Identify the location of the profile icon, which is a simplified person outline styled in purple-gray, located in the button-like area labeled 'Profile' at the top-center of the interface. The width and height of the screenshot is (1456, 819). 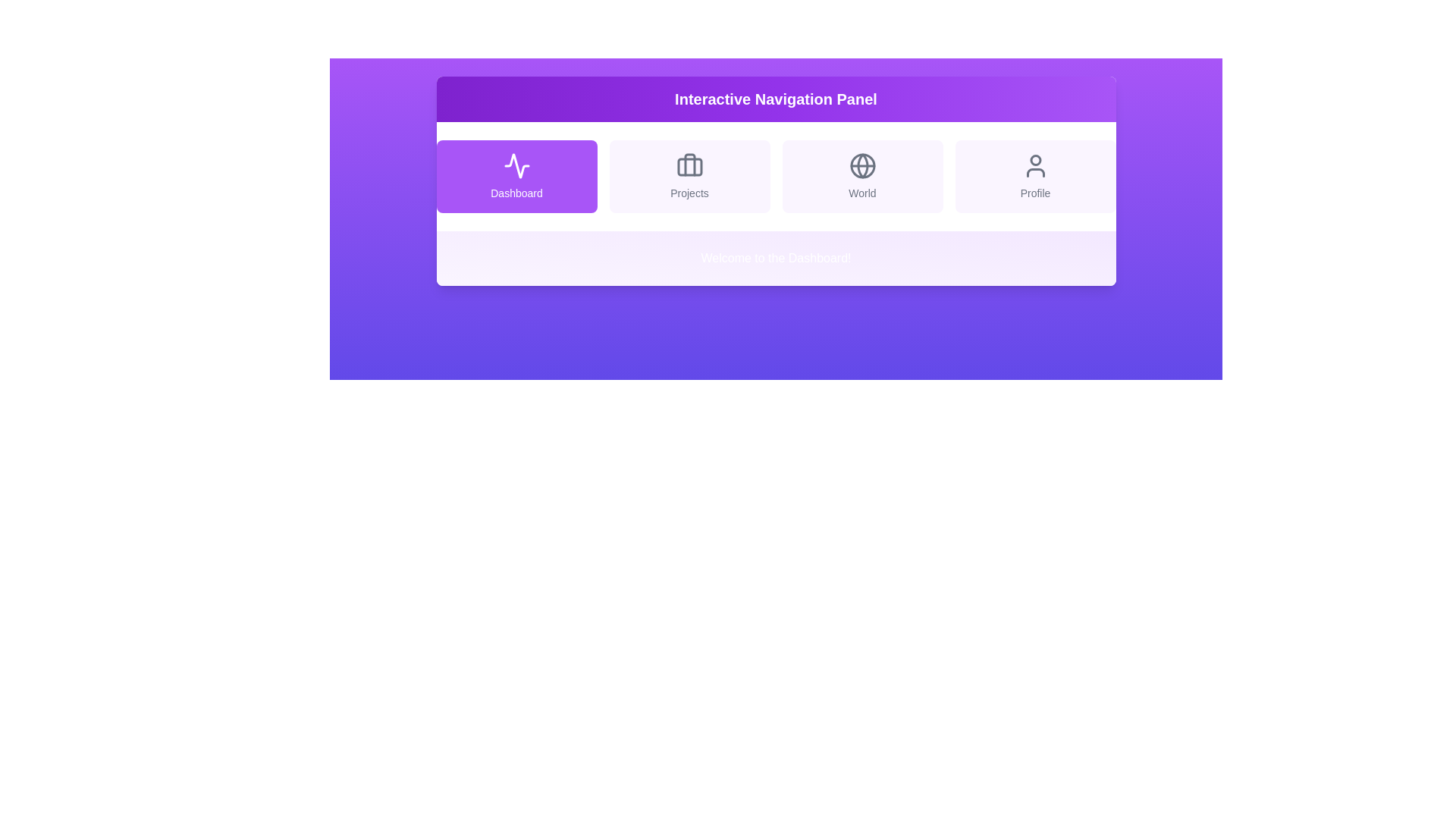
(1034, 166).